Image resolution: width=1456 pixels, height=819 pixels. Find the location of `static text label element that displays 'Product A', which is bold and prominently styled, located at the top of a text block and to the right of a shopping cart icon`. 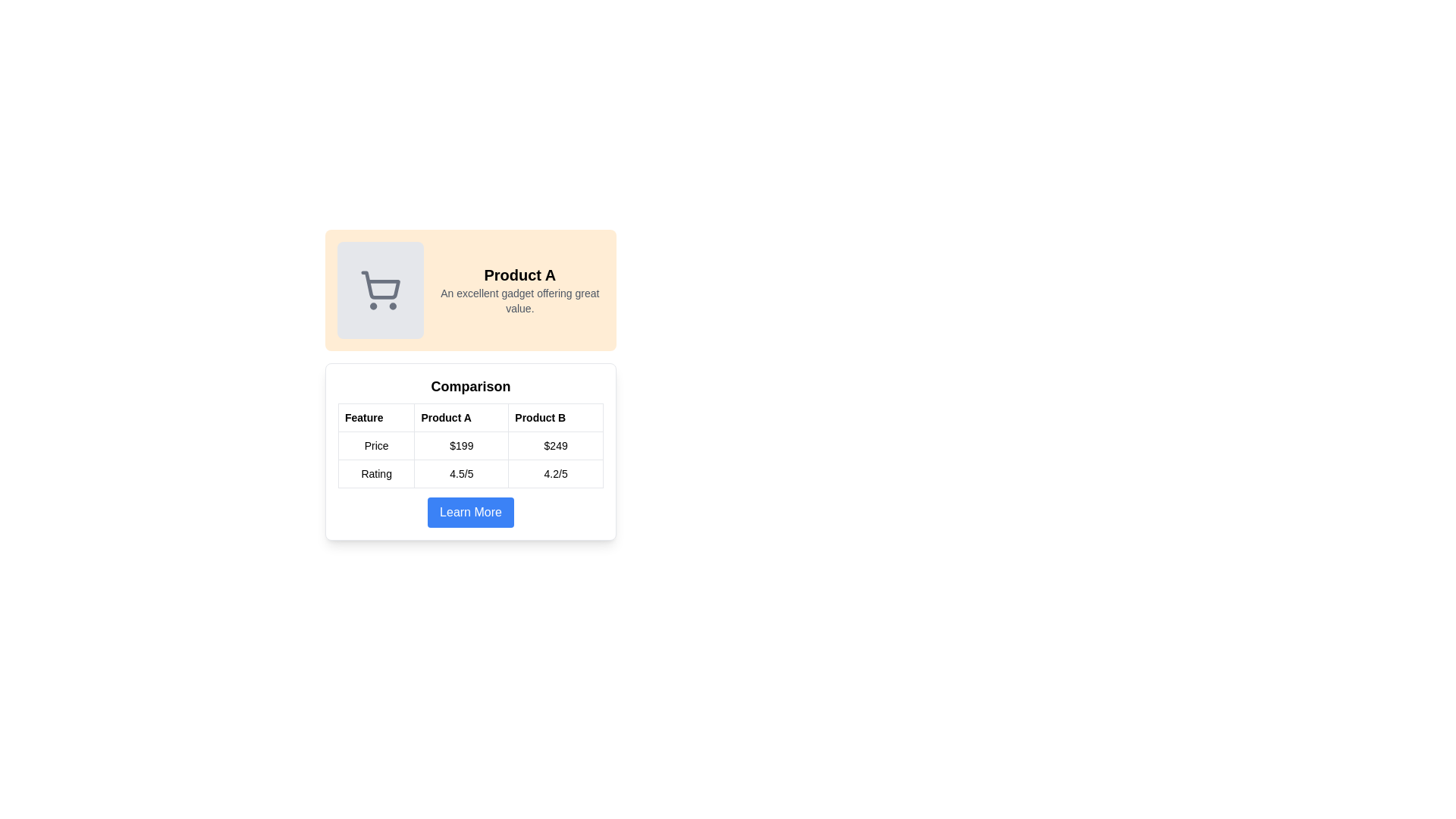

static text label element that displays 'Product A', which is bold and prominently styled, located at the top of a text block and to the right of a shopping cart icon is located at coordinates (519, 275).